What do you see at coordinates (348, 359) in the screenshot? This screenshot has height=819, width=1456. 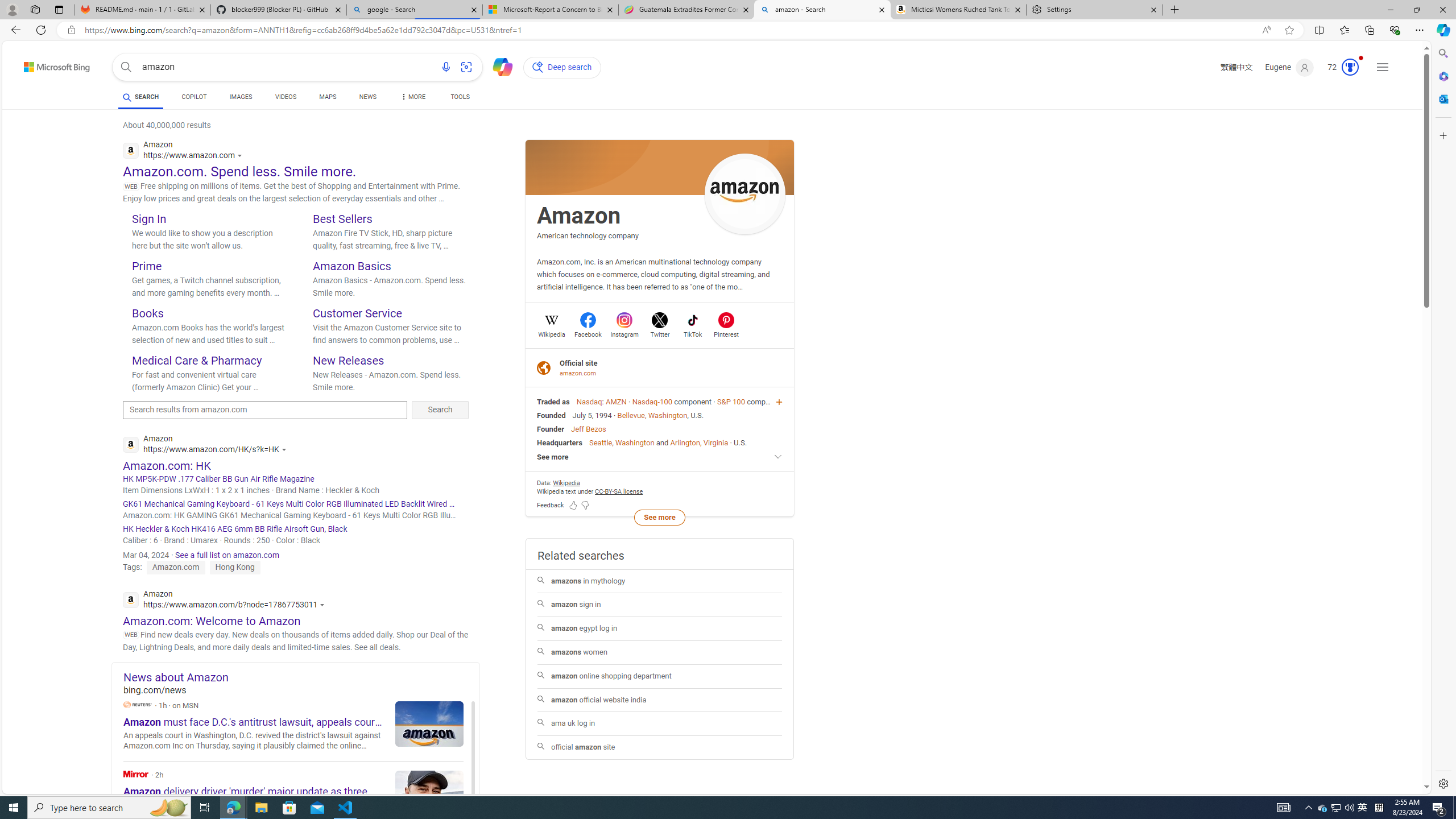 I see `'New Releases'` at bounding box center [348, 359].